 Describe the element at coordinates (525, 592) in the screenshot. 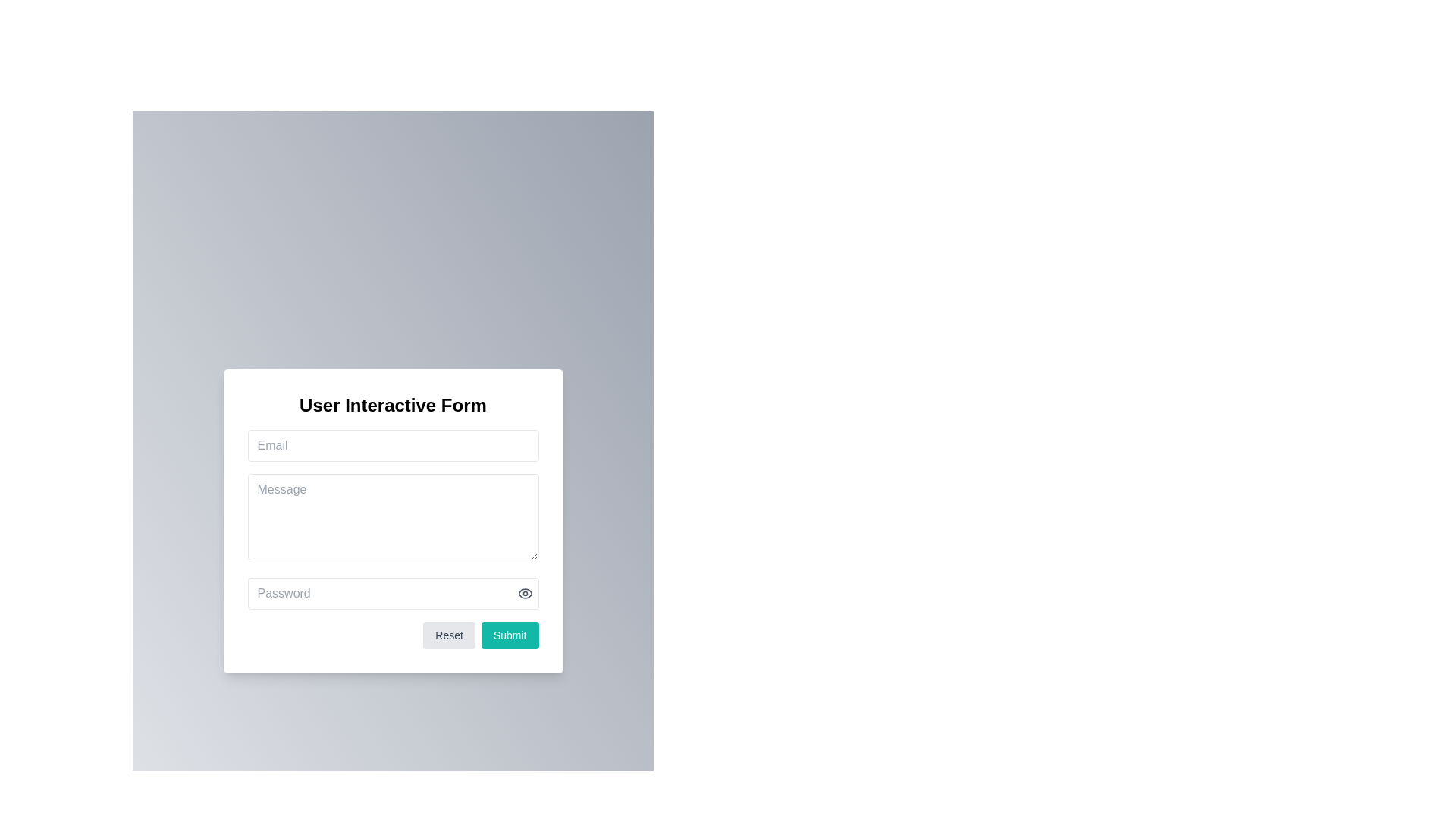

I see `the Toggle button located to the far right of the password input field` at that location.